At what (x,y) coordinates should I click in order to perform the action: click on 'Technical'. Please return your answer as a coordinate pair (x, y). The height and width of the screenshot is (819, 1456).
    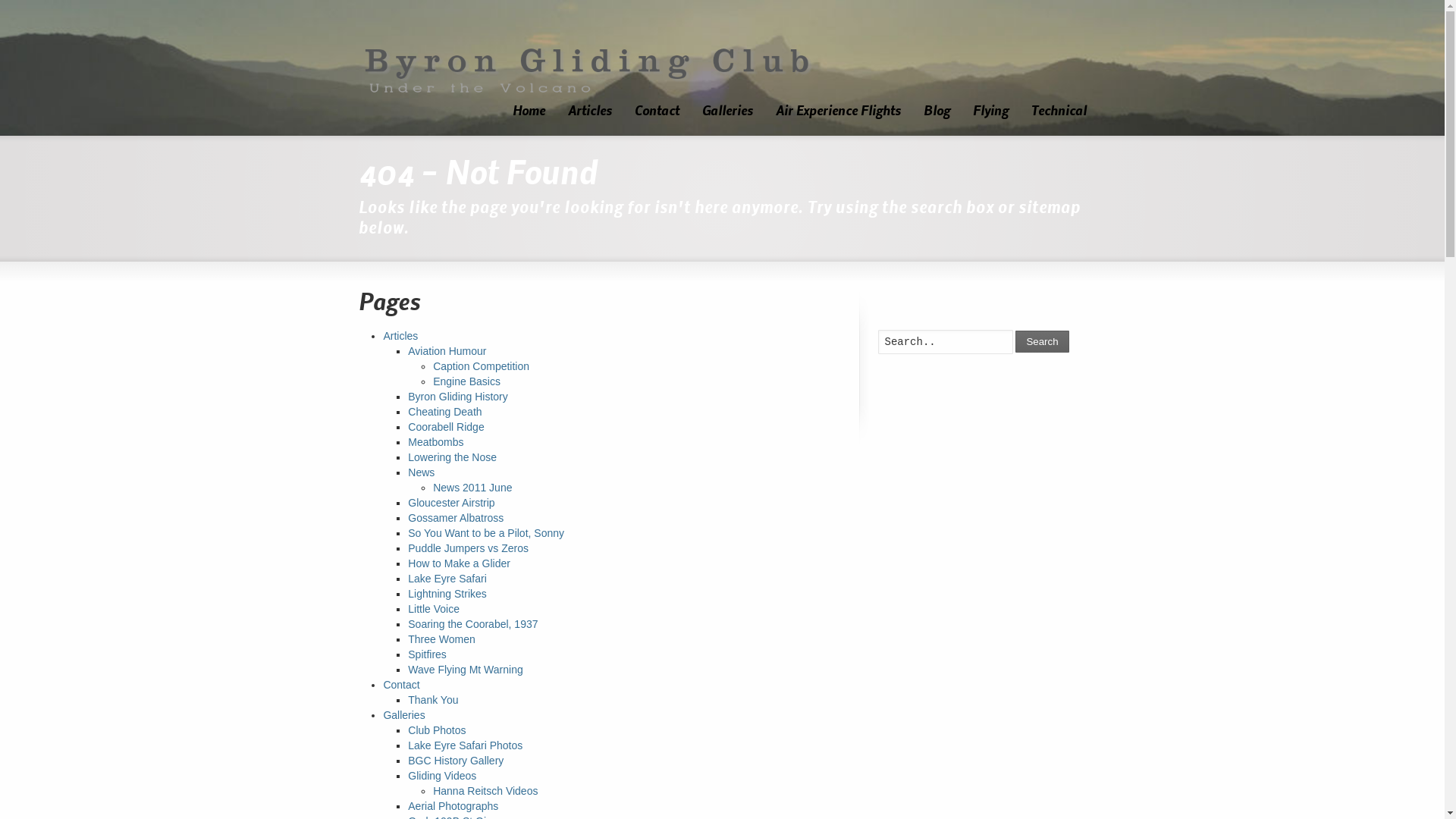
    Looking at the image, I should click on (1057, 112).